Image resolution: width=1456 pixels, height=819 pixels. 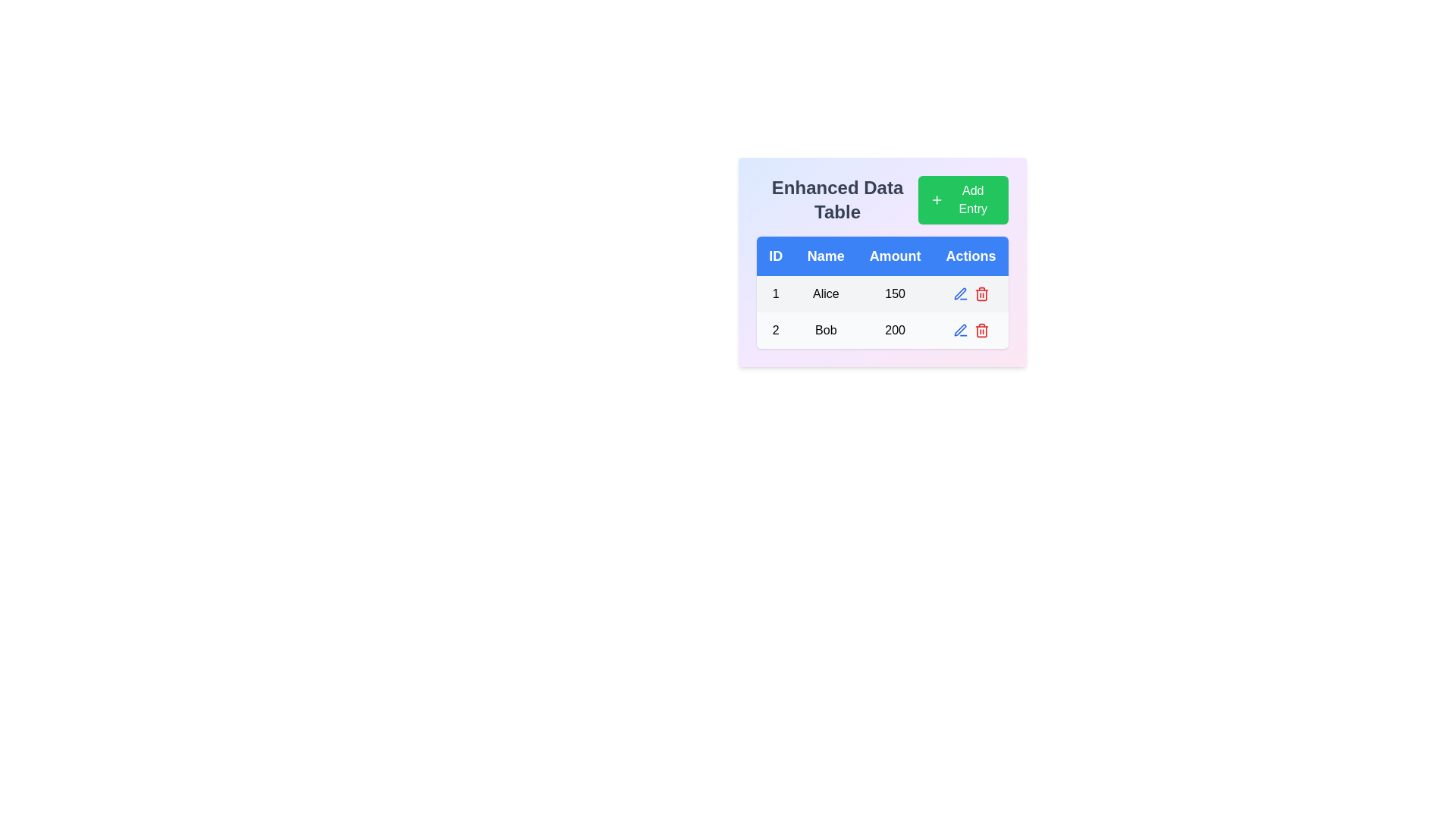 I want to click on the Text Display element that shows the name 'Bob' in the second column of the second row of the table, so click(x=825, y=329).